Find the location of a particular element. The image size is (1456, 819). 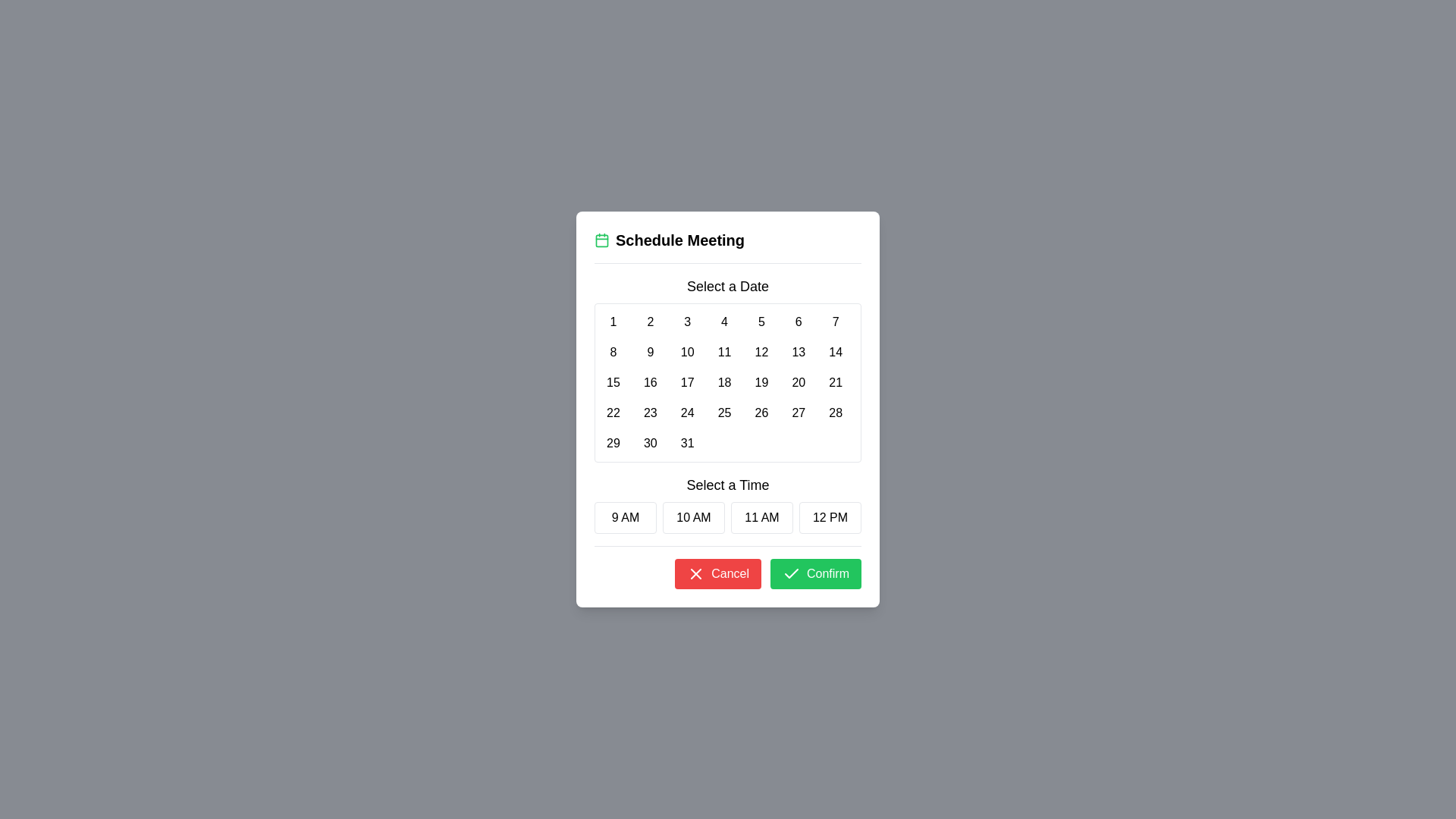

the '11 AM' button, which is the third button in a row of four buttons labeled '9 AM', '10 AM', '11 AM', and '12 PM', to activate the hover styling is located at coordinates (761, 516).